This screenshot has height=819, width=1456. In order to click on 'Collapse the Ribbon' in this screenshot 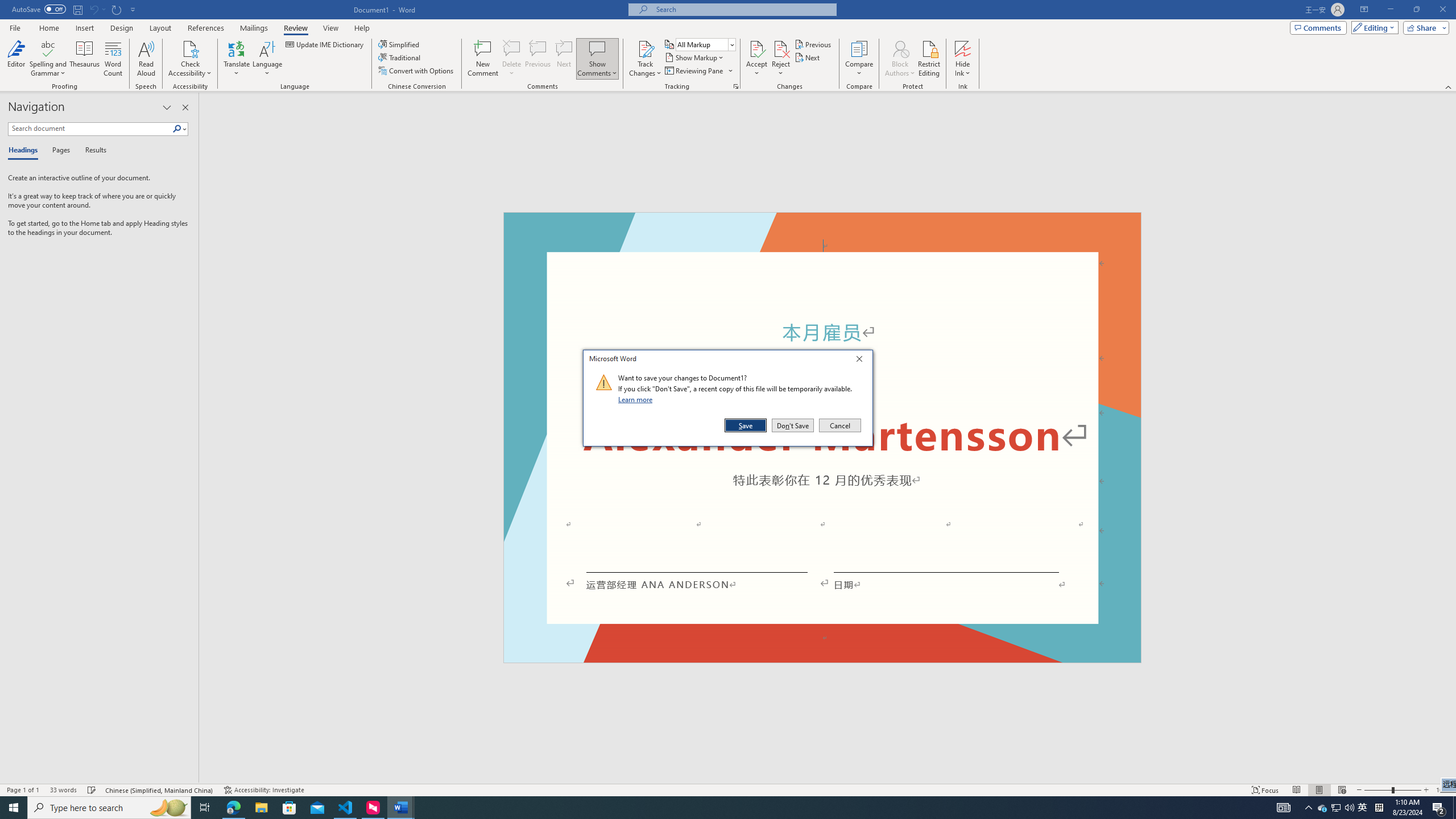, I will do `click(1449, 87)`.